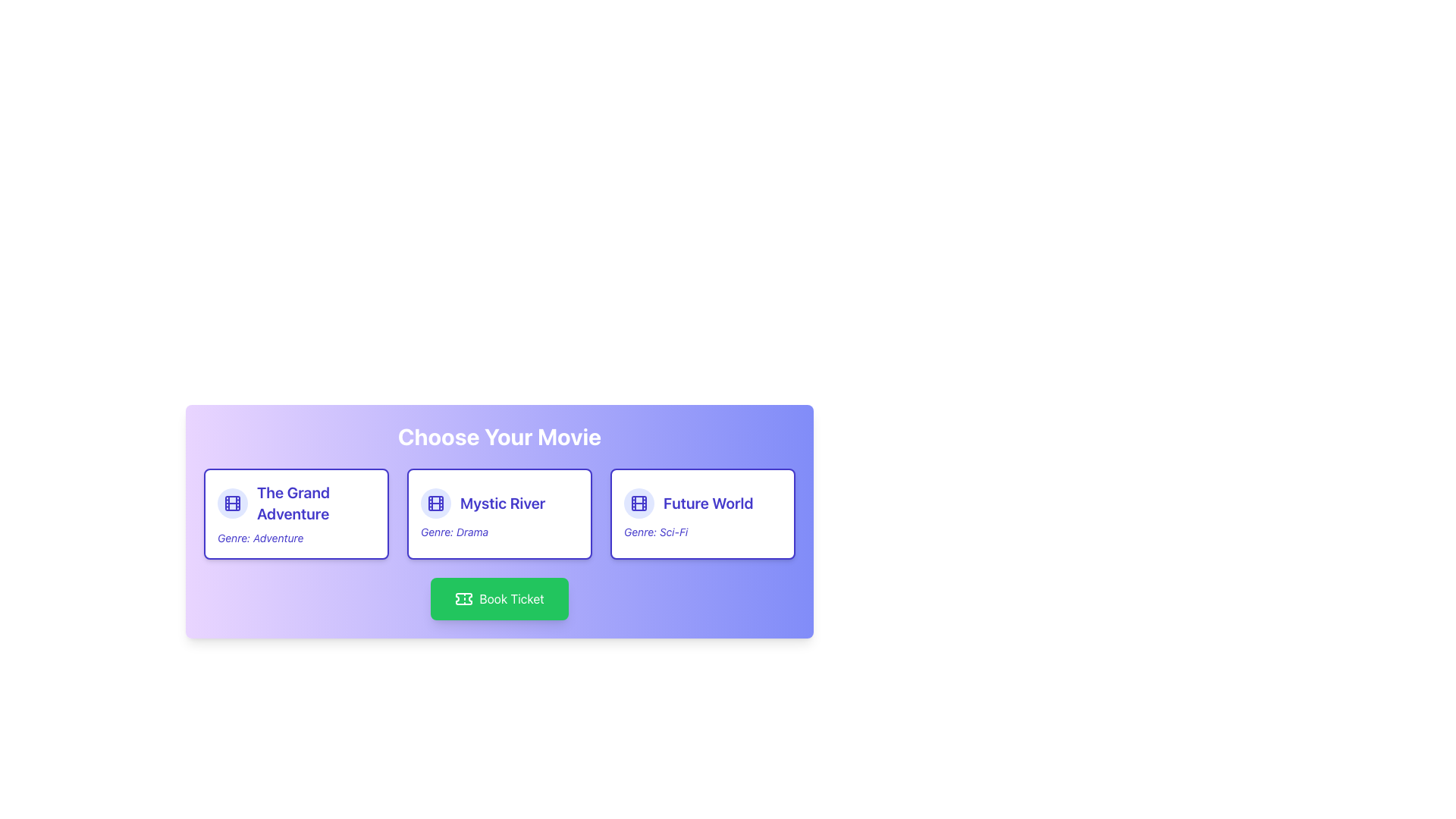 The height and width of the screenshot is (819, 1456). I want to click on the 'Future World' interactive card, which is the third card in a grid layout with a white background and indigo text, so click(701, 513).